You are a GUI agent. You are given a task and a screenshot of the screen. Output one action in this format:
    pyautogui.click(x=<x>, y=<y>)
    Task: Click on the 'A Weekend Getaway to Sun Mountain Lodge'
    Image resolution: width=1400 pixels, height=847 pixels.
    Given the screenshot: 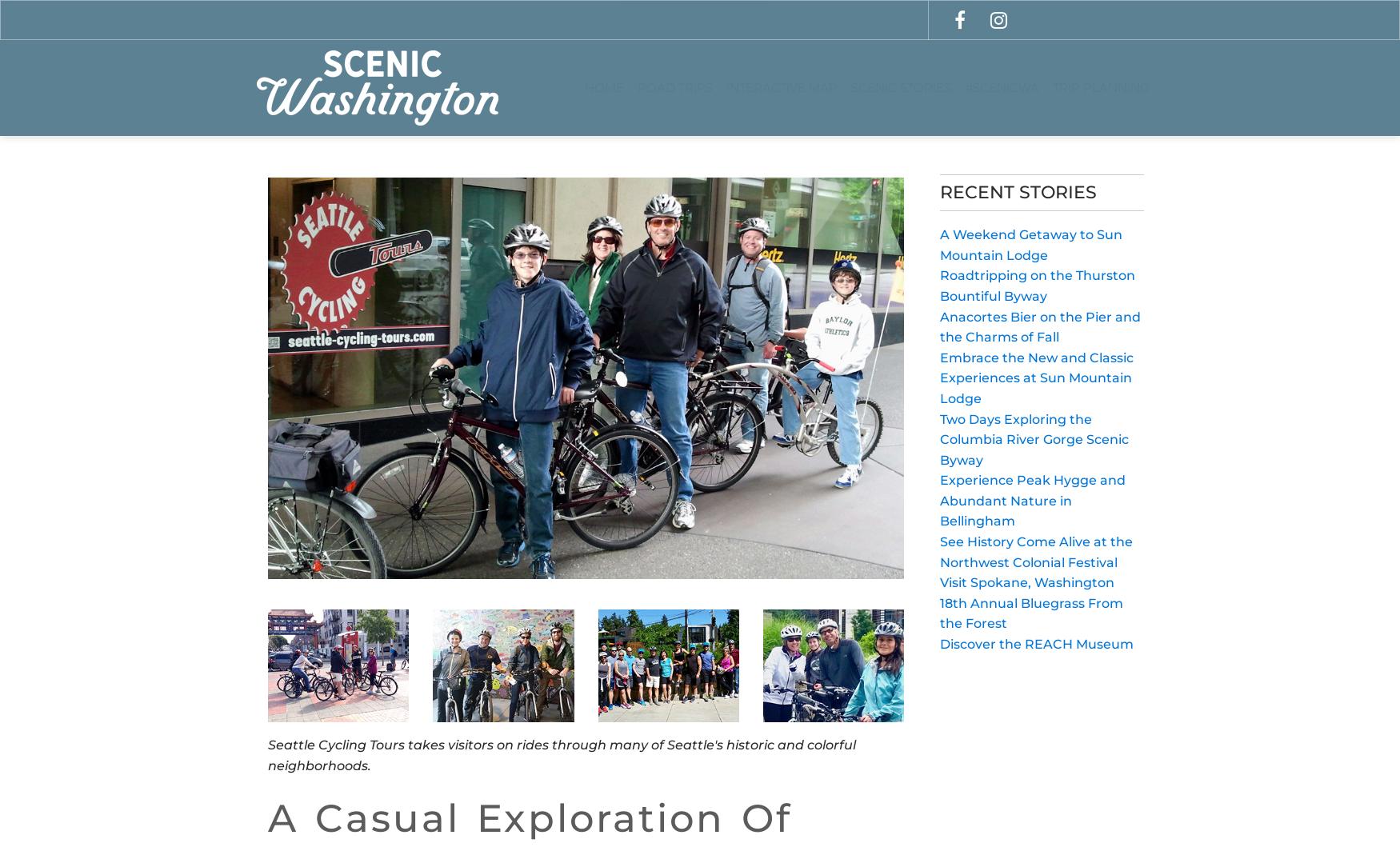 What is the action you would take?
    pyautogui.click(x=938, y=245)
    